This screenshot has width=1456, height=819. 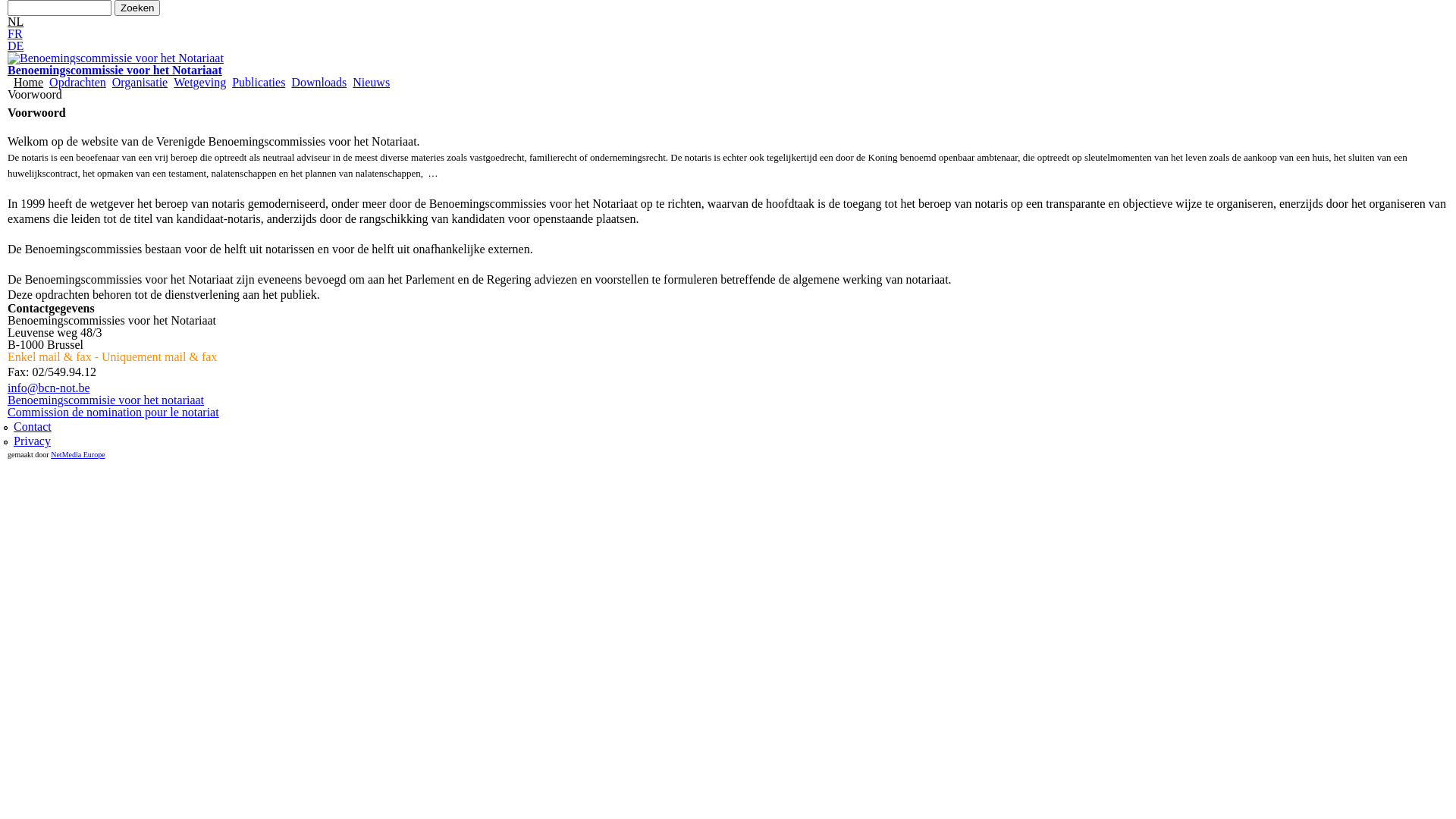 I want to click on 'Benoemingscommissie voor het Notariaat', so click(x=115, y=57).